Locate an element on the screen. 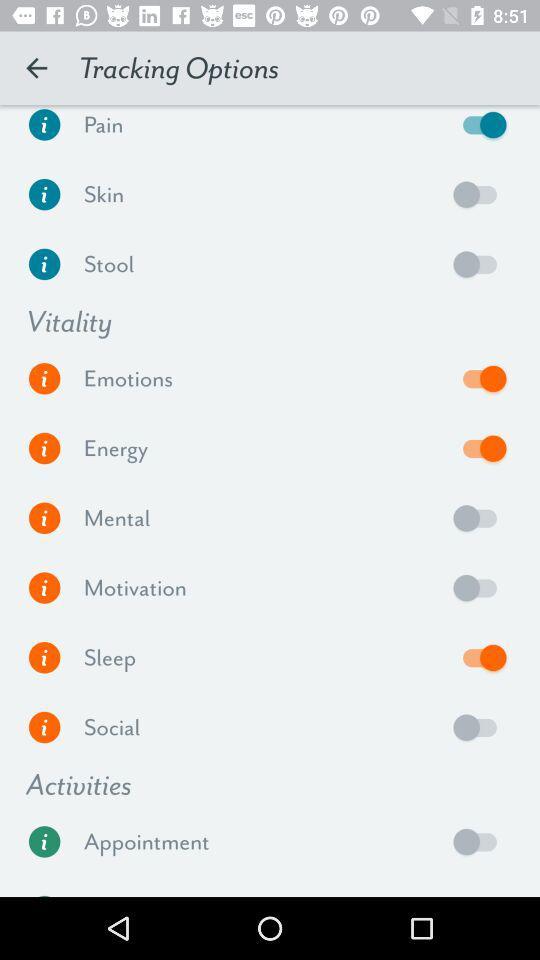  energy level informaion is located at coordinates (44, 448).